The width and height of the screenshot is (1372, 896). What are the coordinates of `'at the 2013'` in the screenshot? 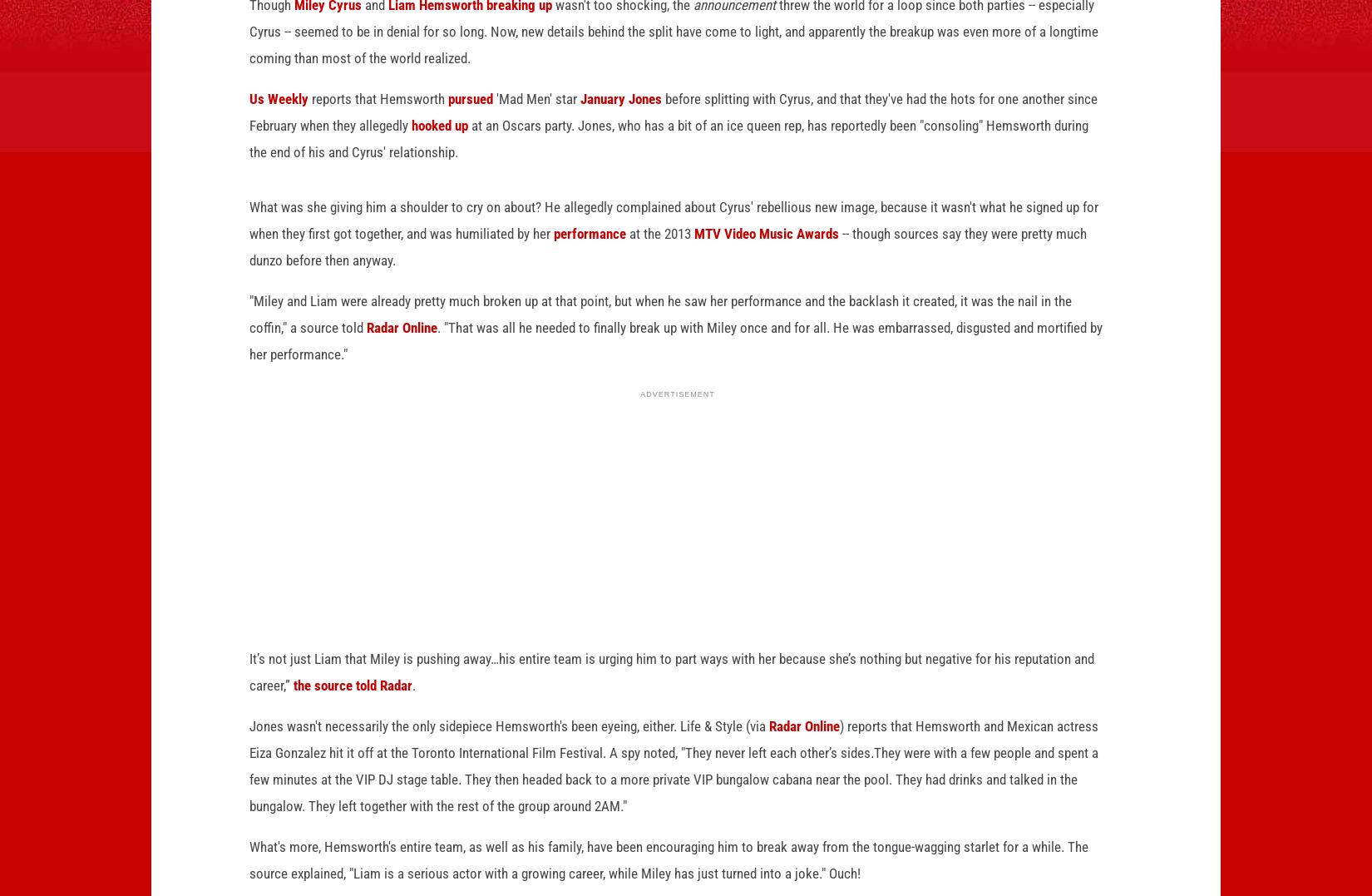 It's located at (625, 260).